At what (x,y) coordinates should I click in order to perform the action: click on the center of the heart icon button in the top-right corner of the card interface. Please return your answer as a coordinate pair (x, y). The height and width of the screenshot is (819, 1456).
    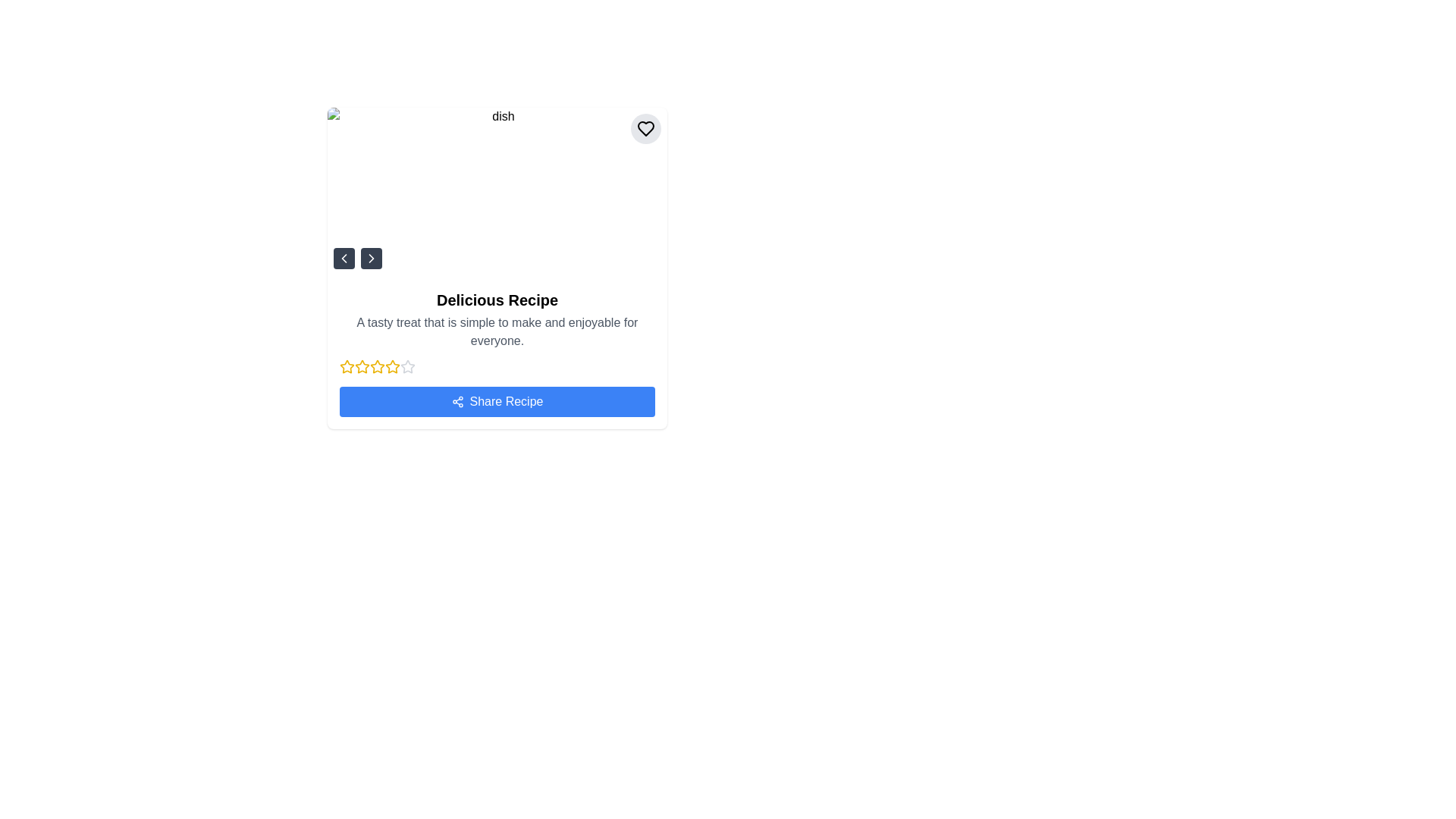
    Looking at the image, I should click on (645, 127).